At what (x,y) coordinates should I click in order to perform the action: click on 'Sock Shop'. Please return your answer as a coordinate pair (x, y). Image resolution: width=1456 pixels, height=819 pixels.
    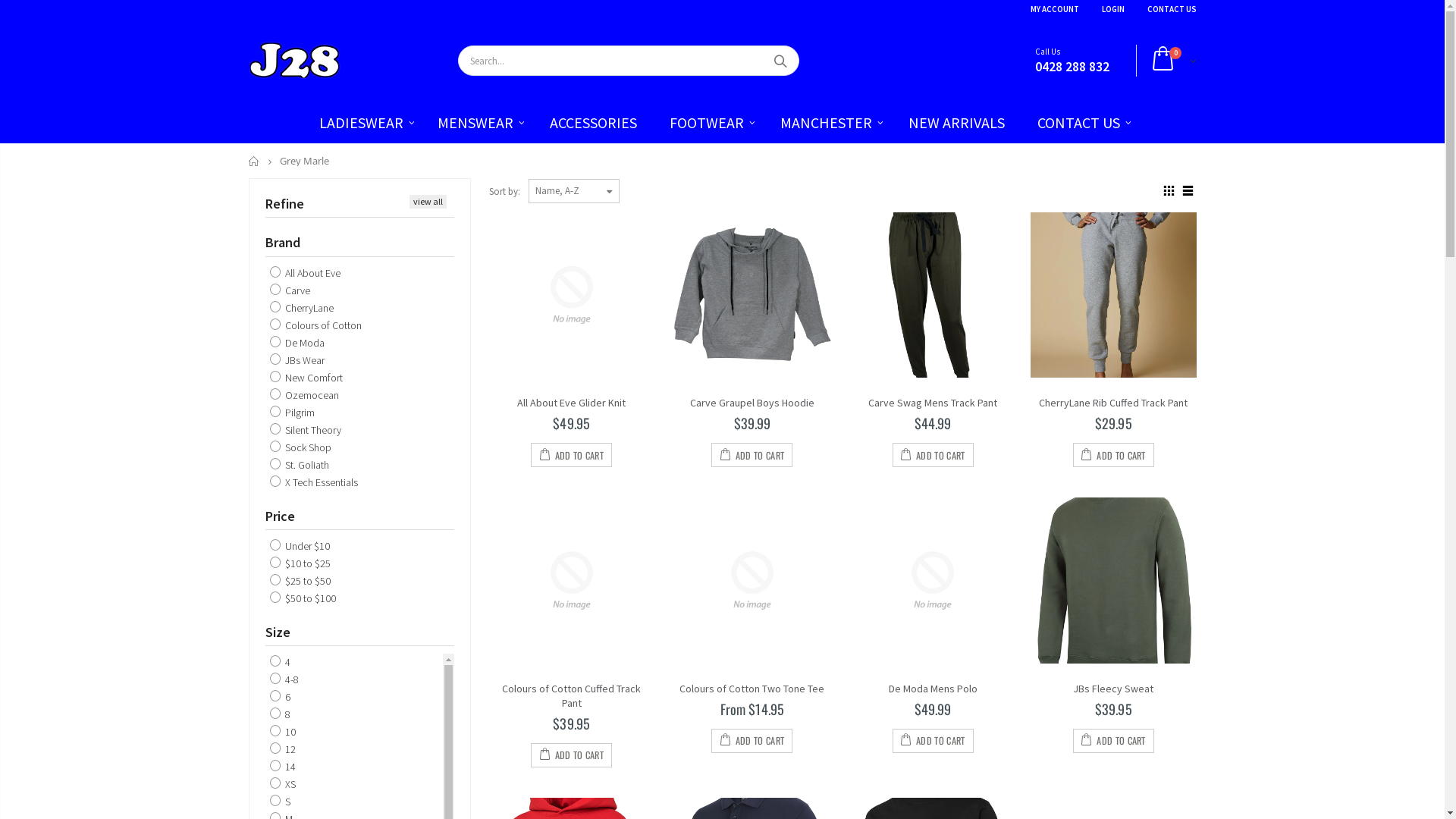
    Looking at the image, I should click on (300, 447).